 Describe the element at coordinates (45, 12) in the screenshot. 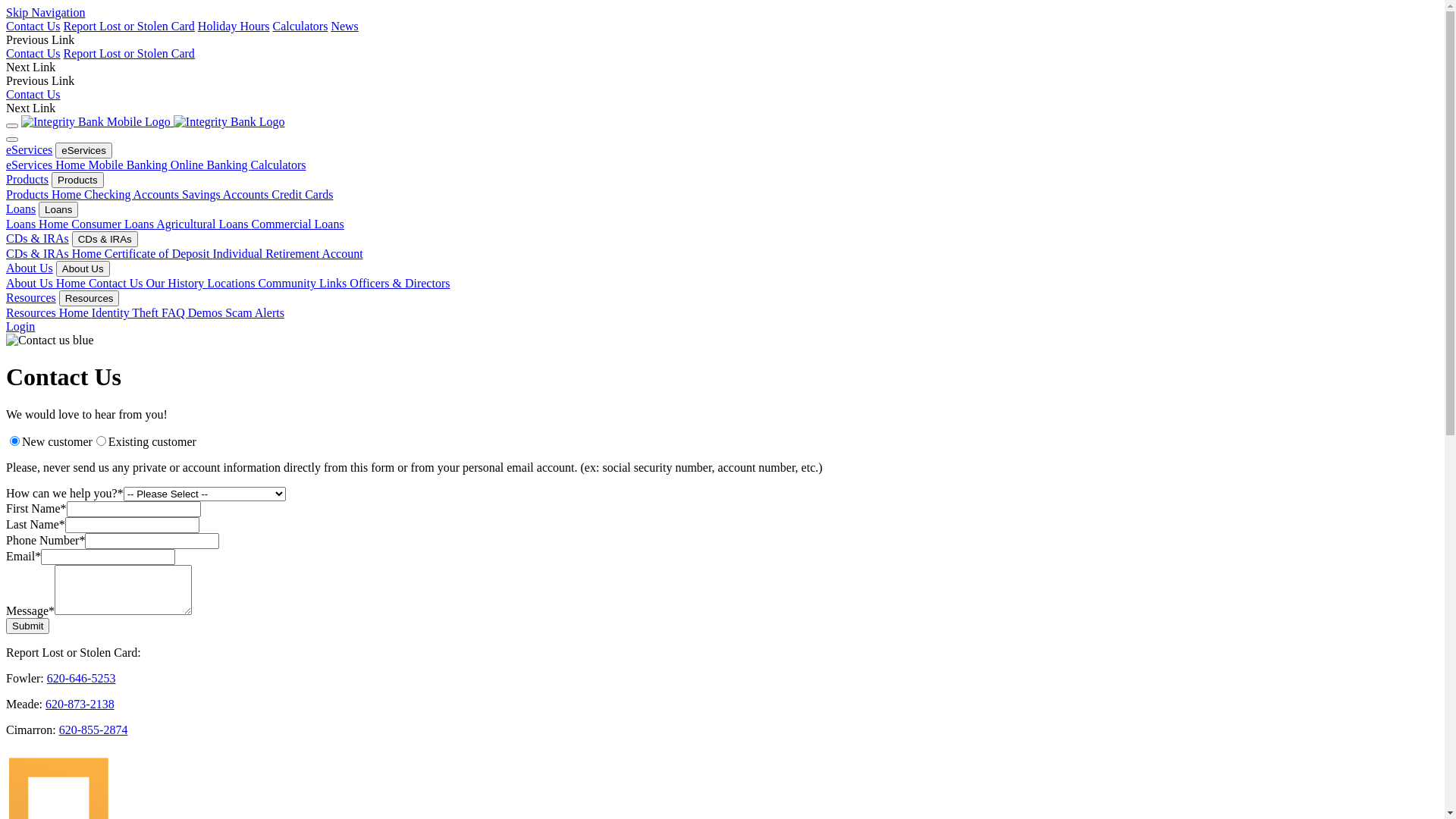

I see `'Skip Navigation'` at that location.